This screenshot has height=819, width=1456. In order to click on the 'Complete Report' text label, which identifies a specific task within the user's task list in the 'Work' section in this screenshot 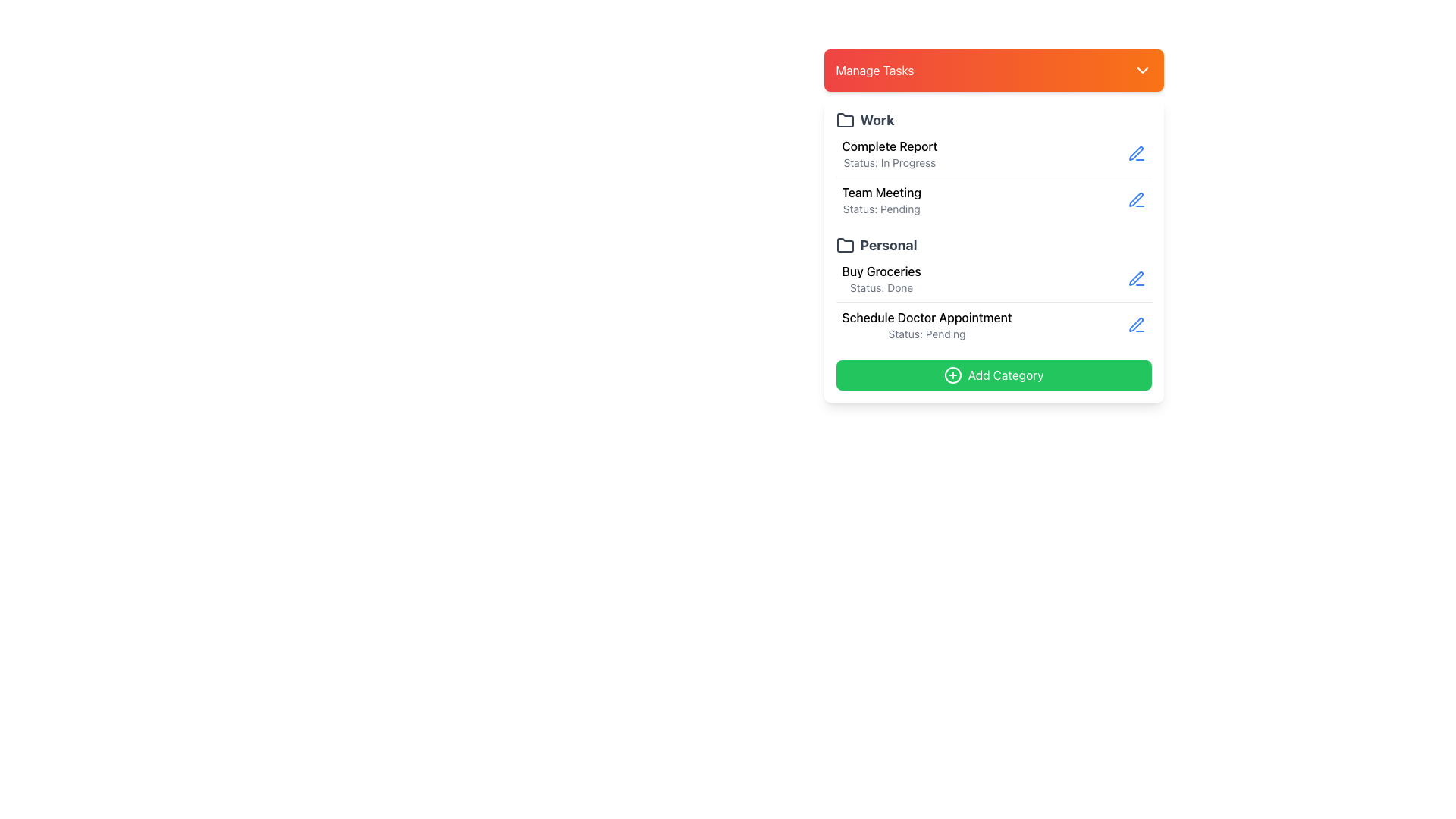, I will do `click(890, 146)`.